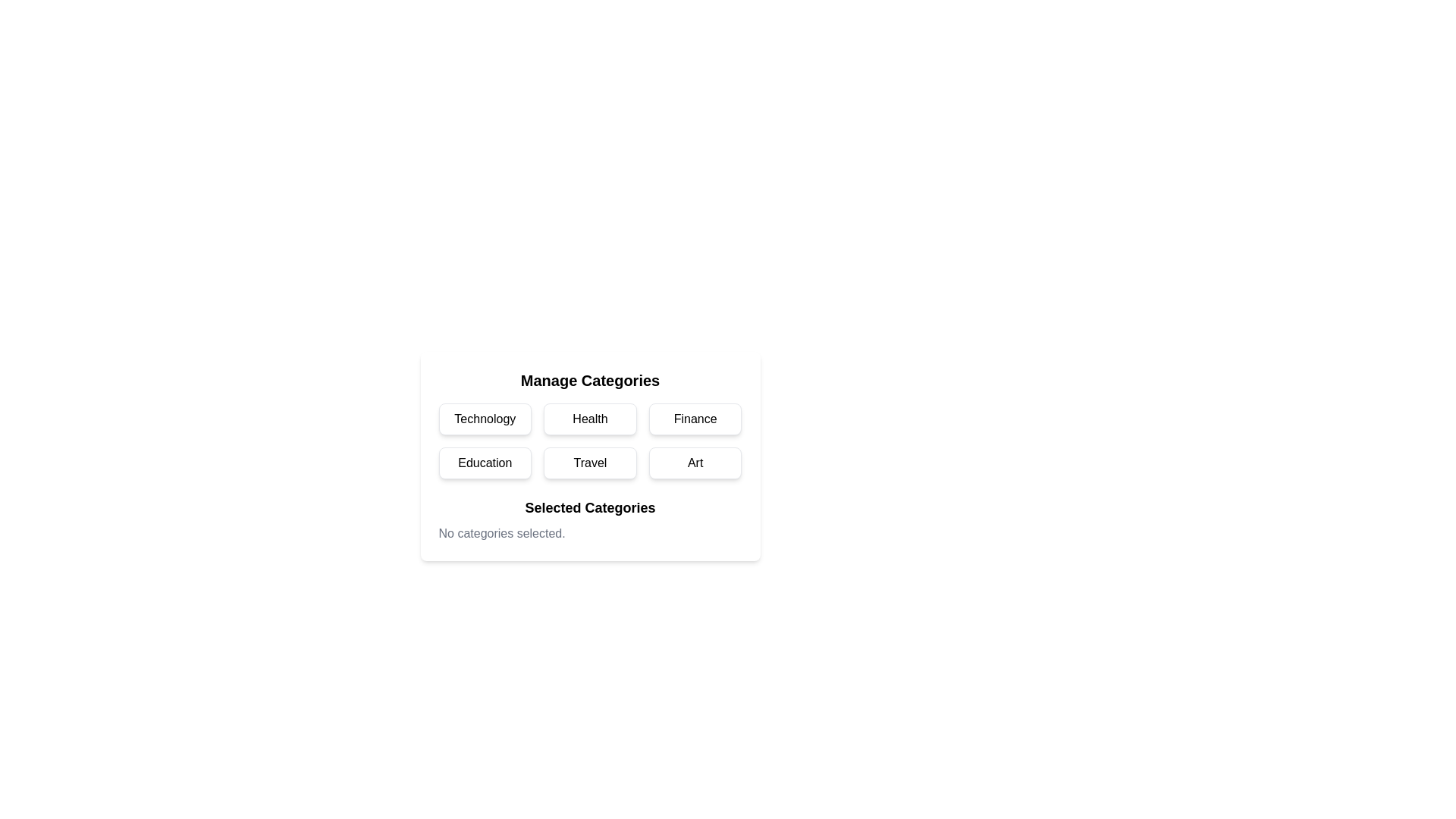 The width and height of the screenshot is (1456, 819). I want to click on the 'Travel' button, which is a rectangular button with rounded corners, white background, light gray border, and black text, located in the middle column of the grid under 'Manage Categories.', so click(589, 462).